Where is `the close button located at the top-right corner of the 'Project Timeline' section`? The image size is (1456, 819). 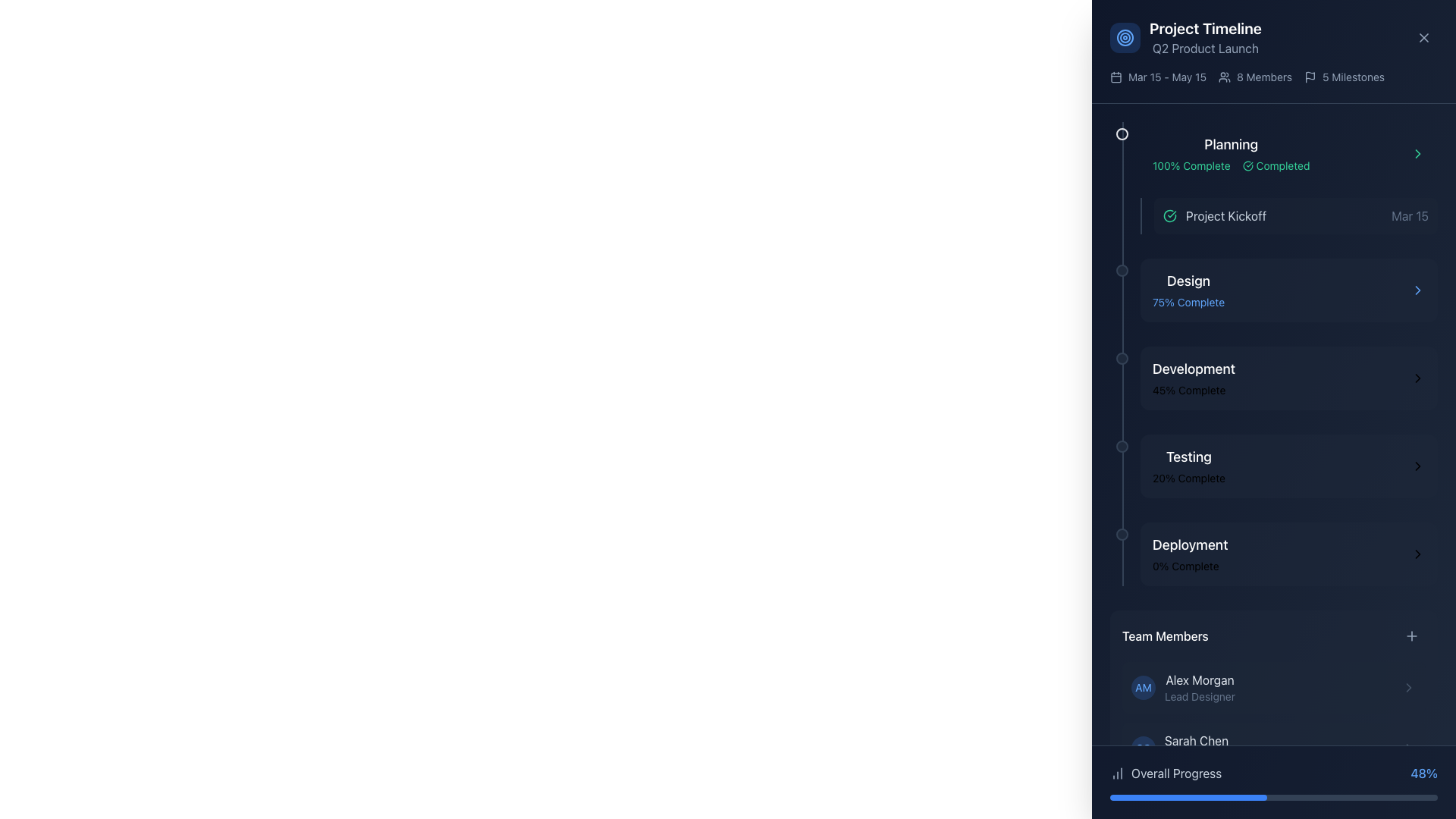
the close button located at the top-right corner of the 'Project Timeline' section is located at coordinates (1423, 37).